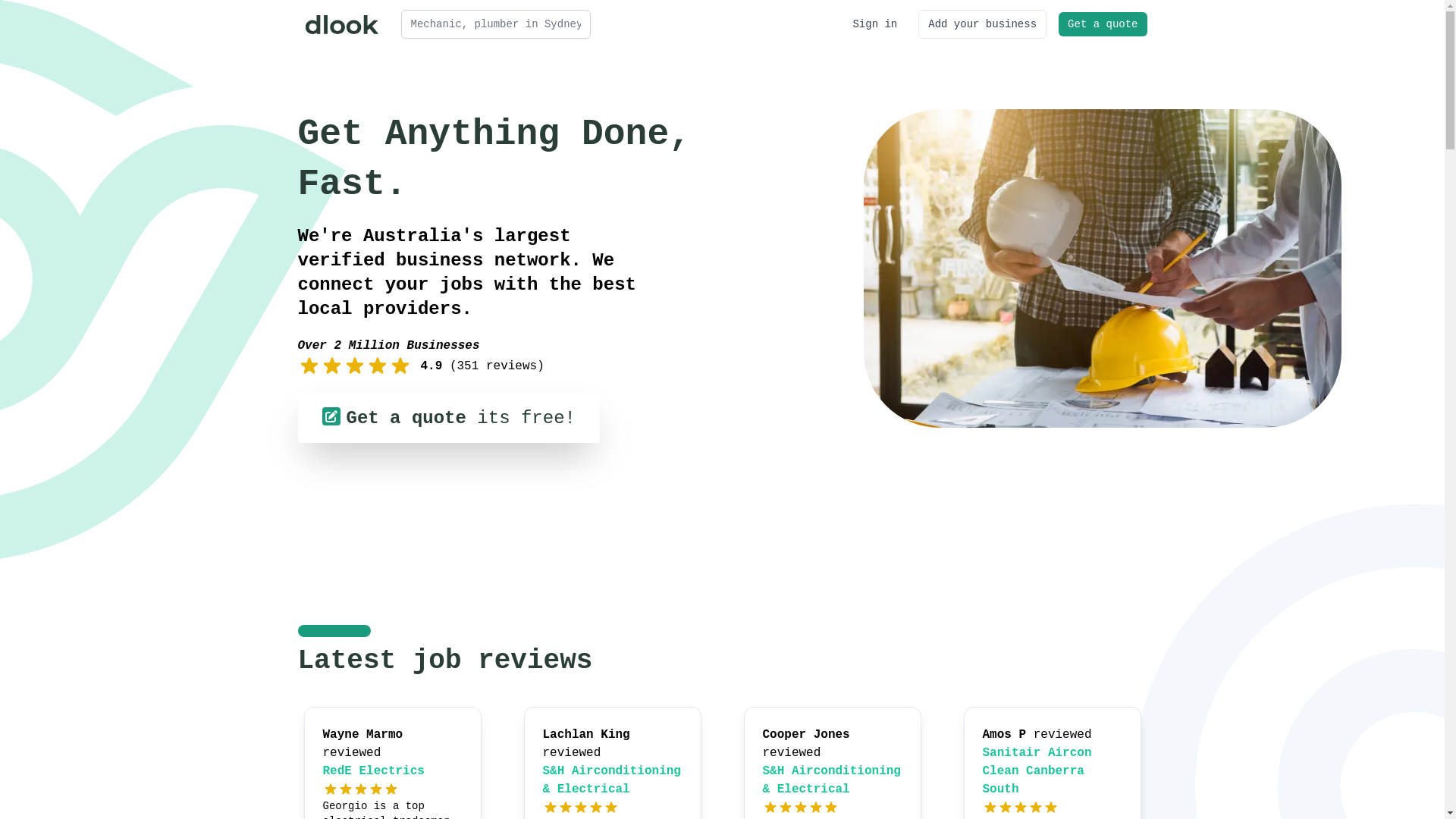 The image size is (1456, 819). Describe the element at coordinates (1103, 24) in the screenshot. I see `'Get a quote'` at that location.